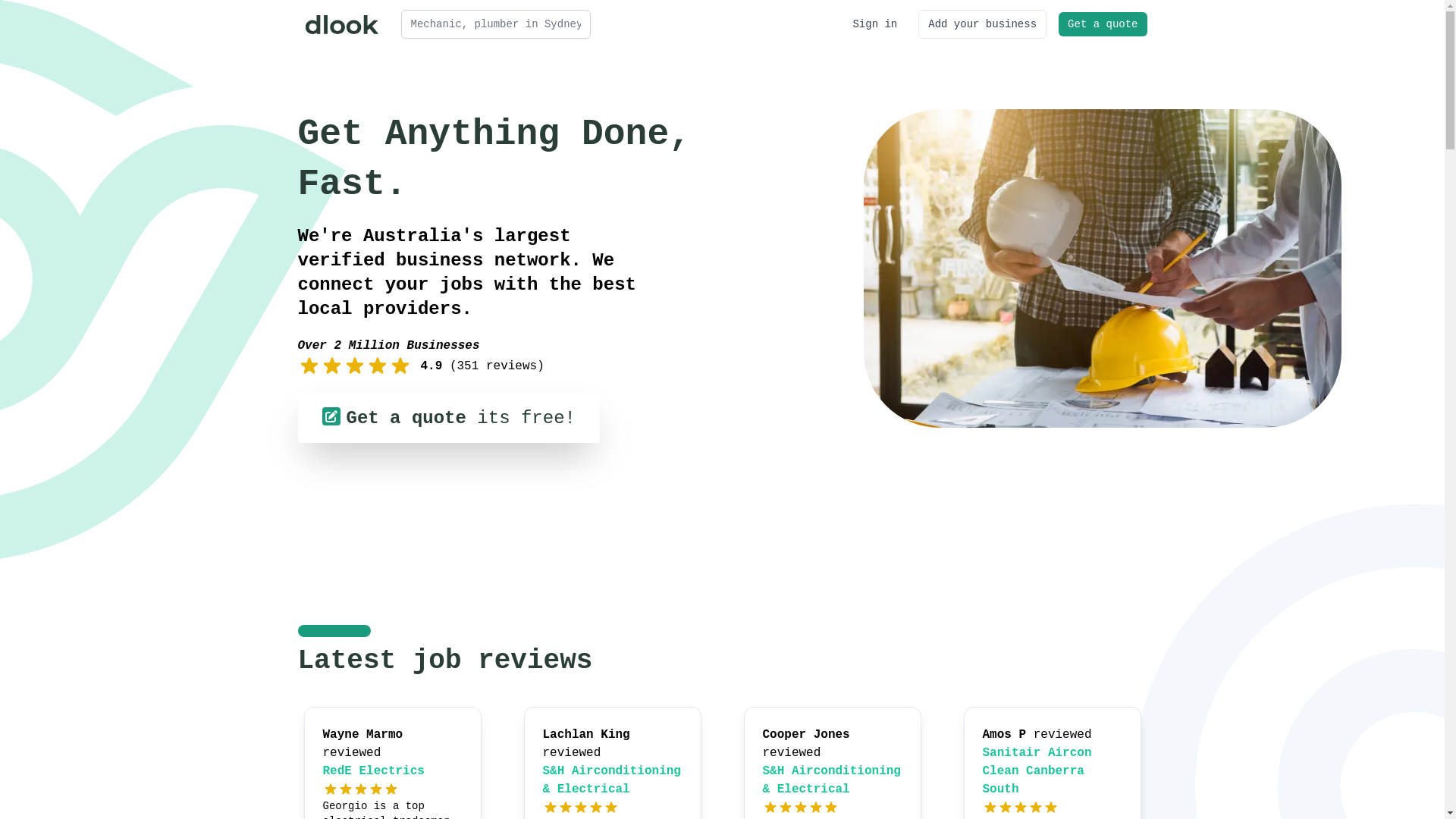 The image size is (1456, 819). Describe the element at coordinates (1103, 24) in the screenshot. I see `'Get a quote'` at that location.